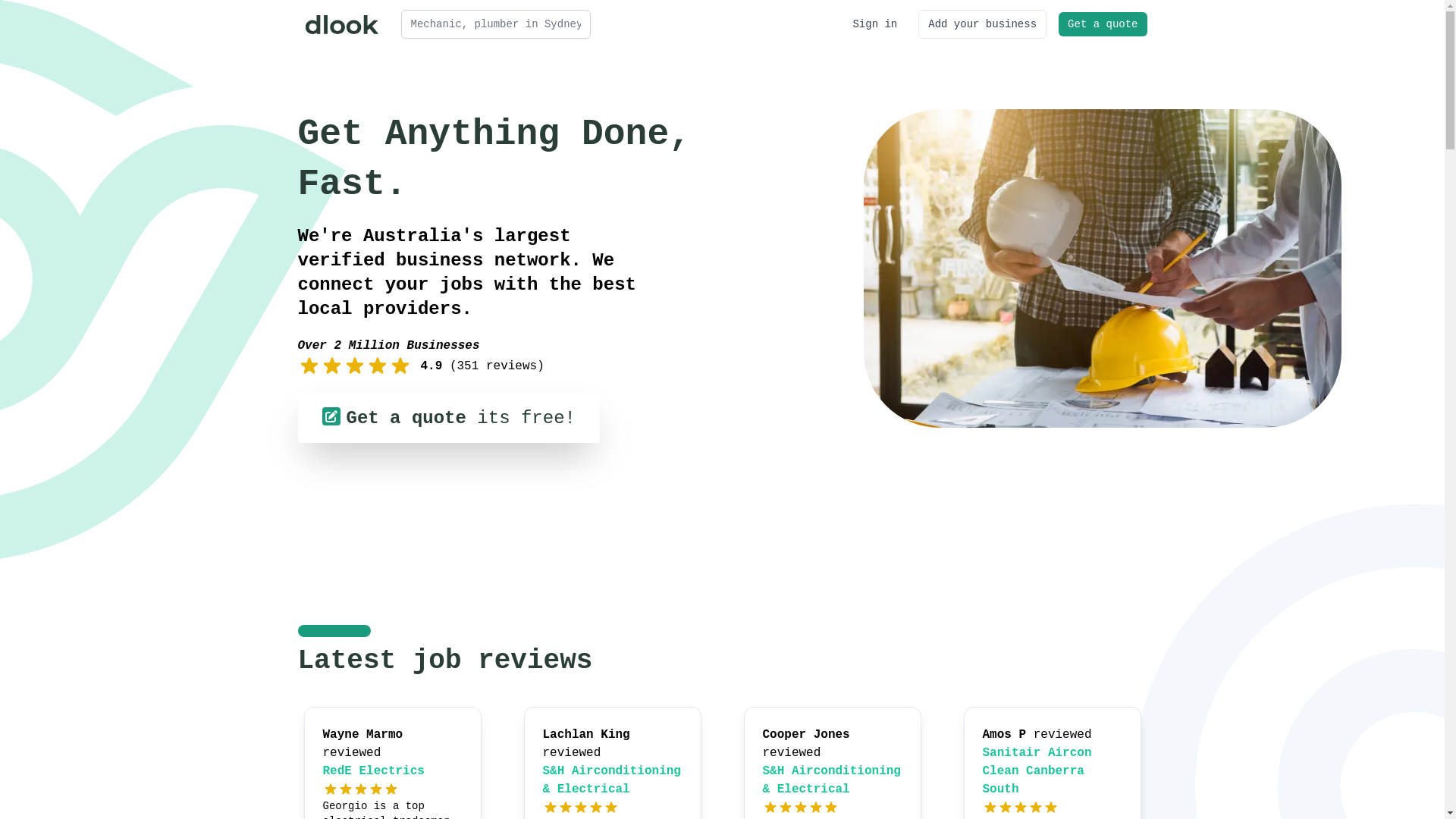 The image size is (1456, 819). Describe the element at coordinates (1103, 24) in the screenshot. I see `'Get a quote'` at that location.